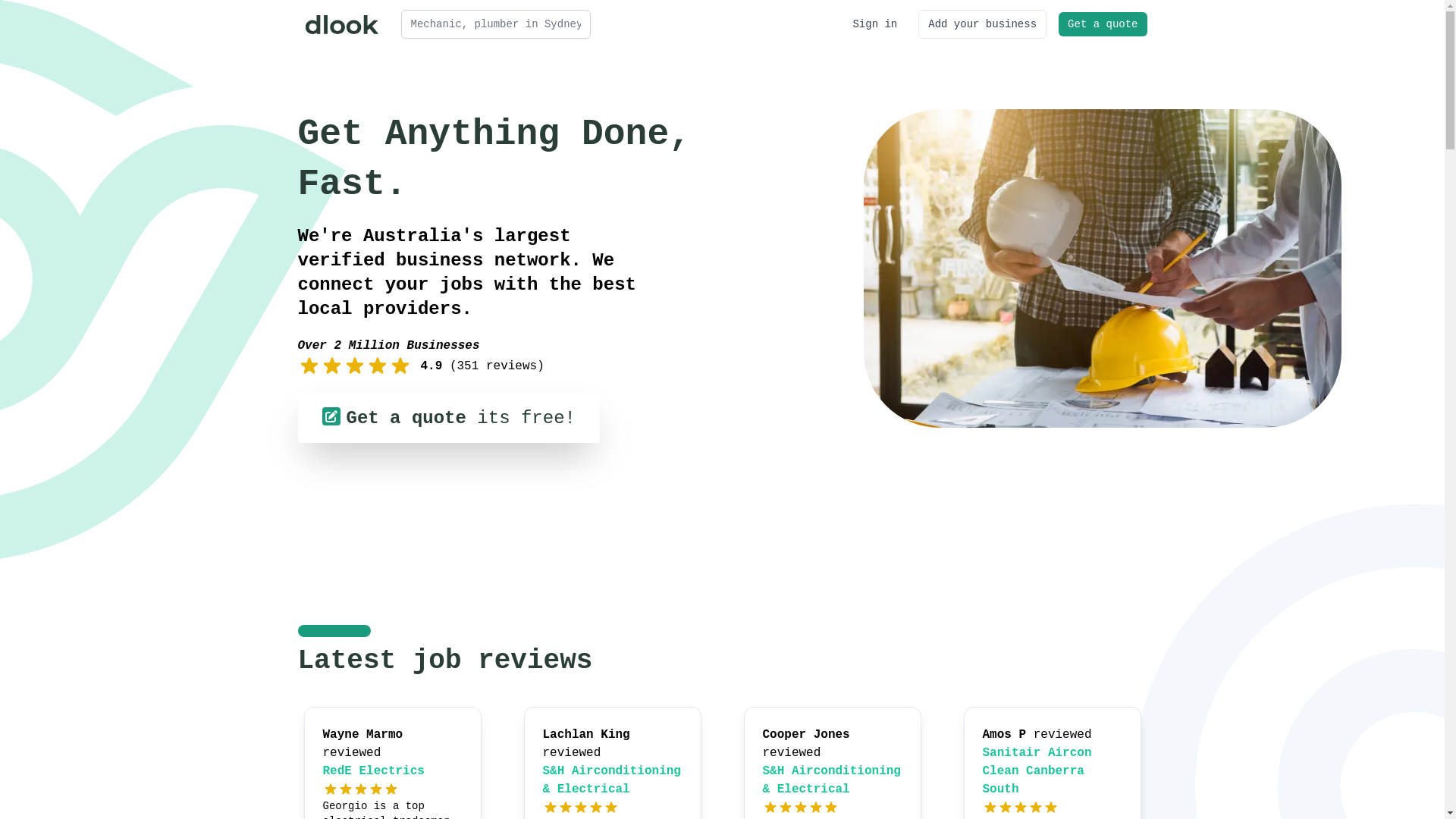 The image size is (1456, 819). Describe the element at coordinates (1103, 24) in the screenshot. I see `'Get a quote'` at that location.